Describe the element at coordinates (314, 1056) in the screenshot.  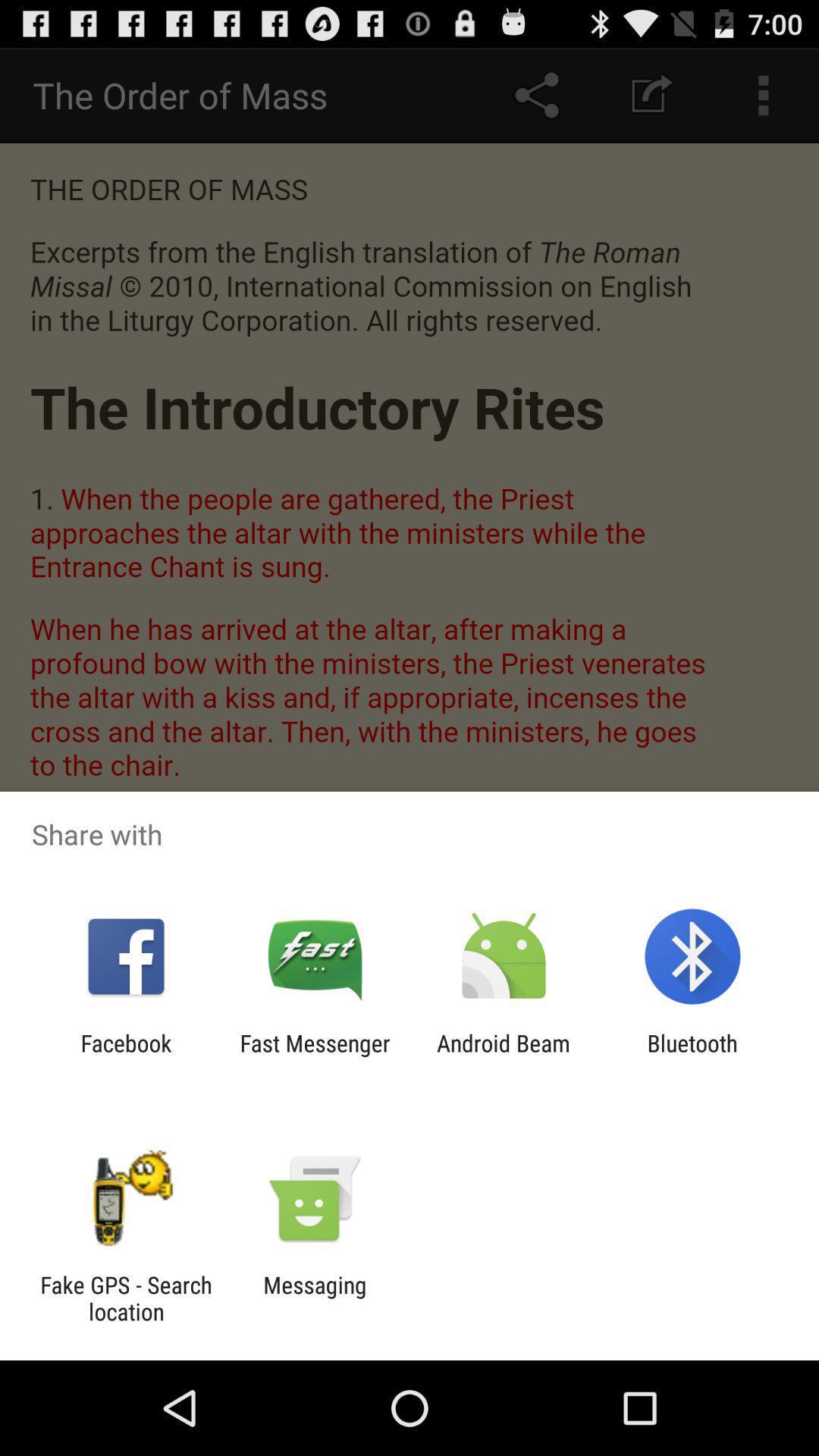
I see `the icon next to facebook item` at that location.